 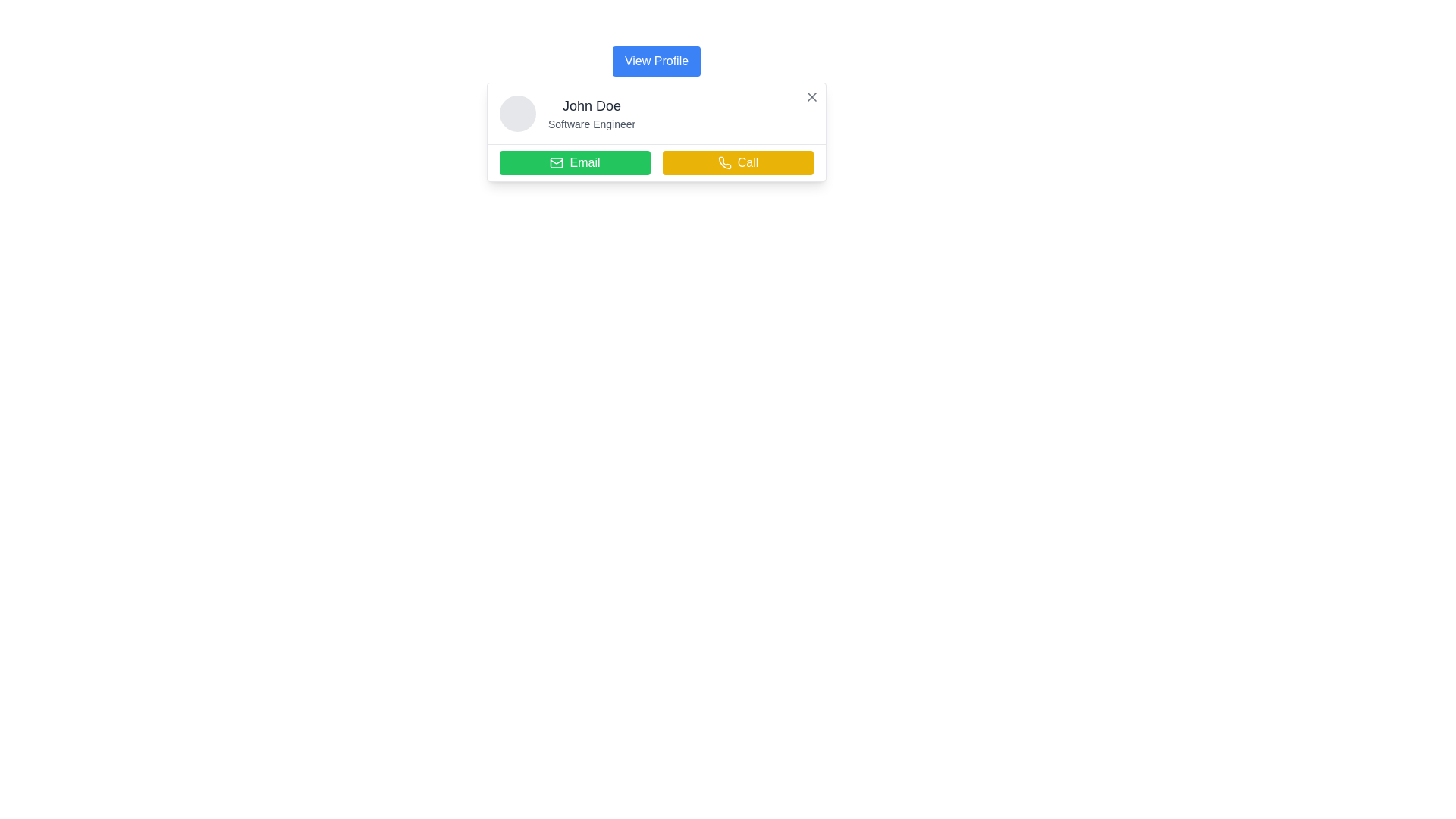 What do you see at coordinates (591, 105) in the screenshot?
I see `the text element displaying the name 'John Doe', which is styled in bold gray within a profile information card` at bounding box center [591, 105].